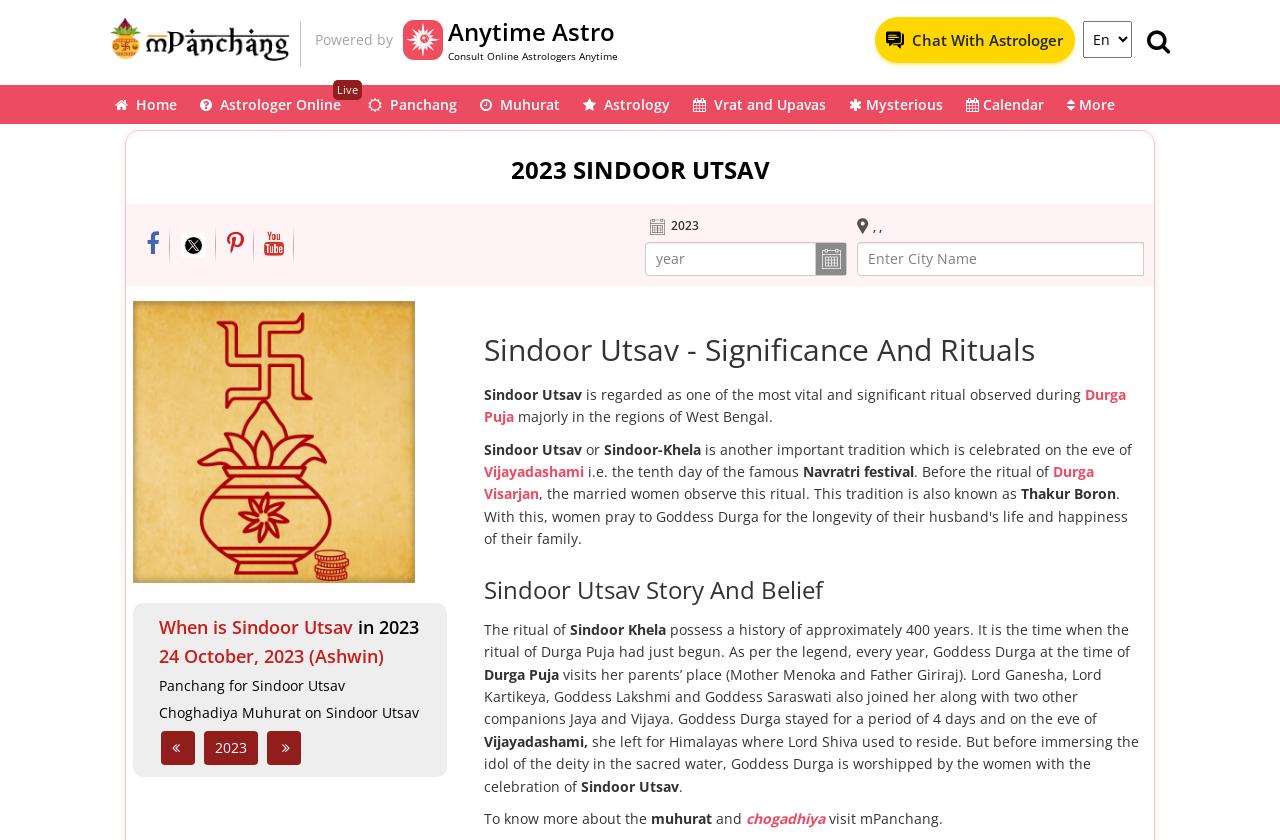 The image size is (1280, 840). Describe the element at coordinates (513, 416) in the screenshot. I see `'majorly in the regions of West Bengal.'` at that location.